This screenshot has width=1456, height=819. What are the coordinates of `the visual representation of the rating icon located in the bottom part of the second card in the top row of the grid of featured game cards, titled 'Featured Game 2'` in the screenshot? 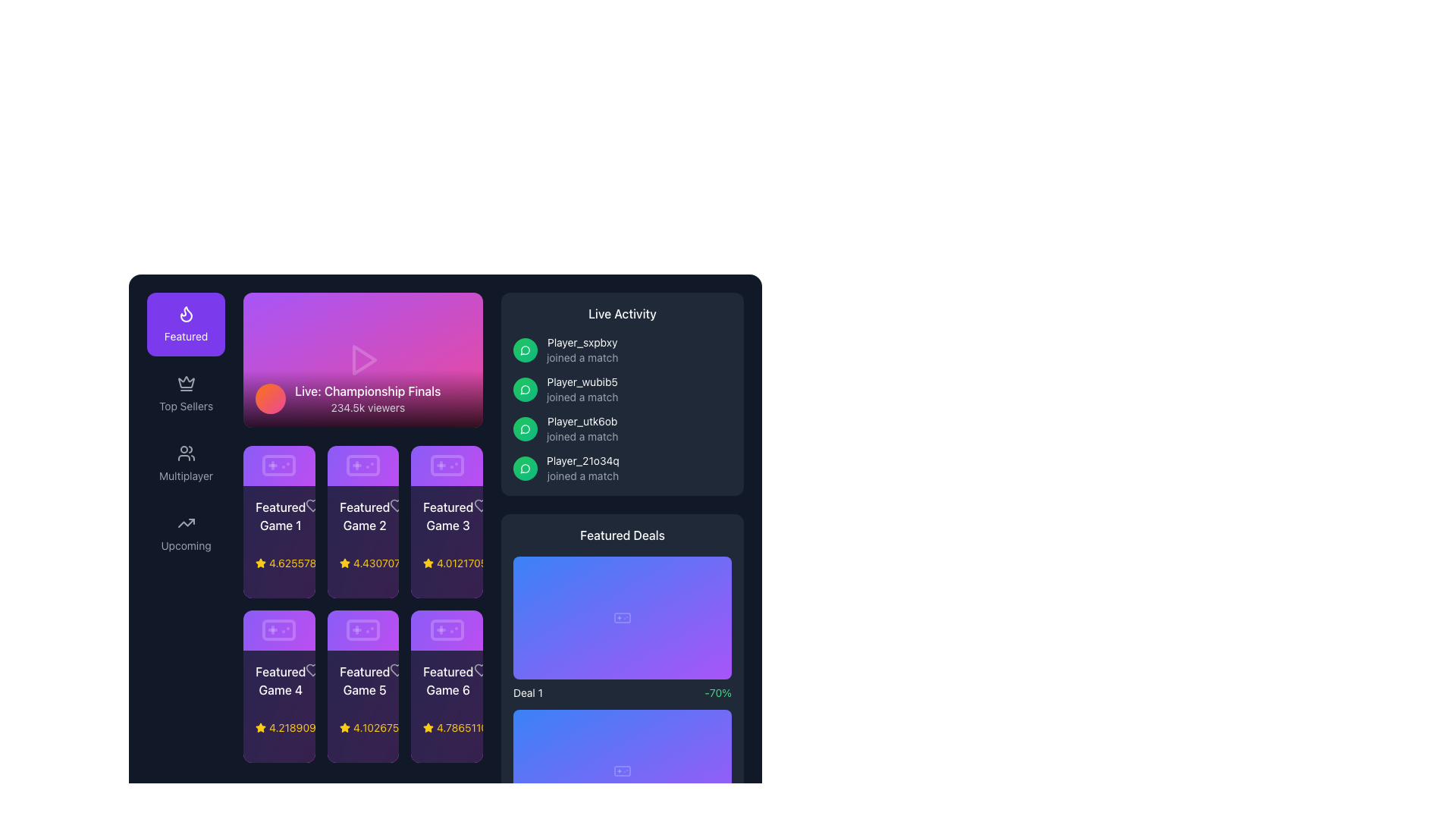 It's located at (344, 563).